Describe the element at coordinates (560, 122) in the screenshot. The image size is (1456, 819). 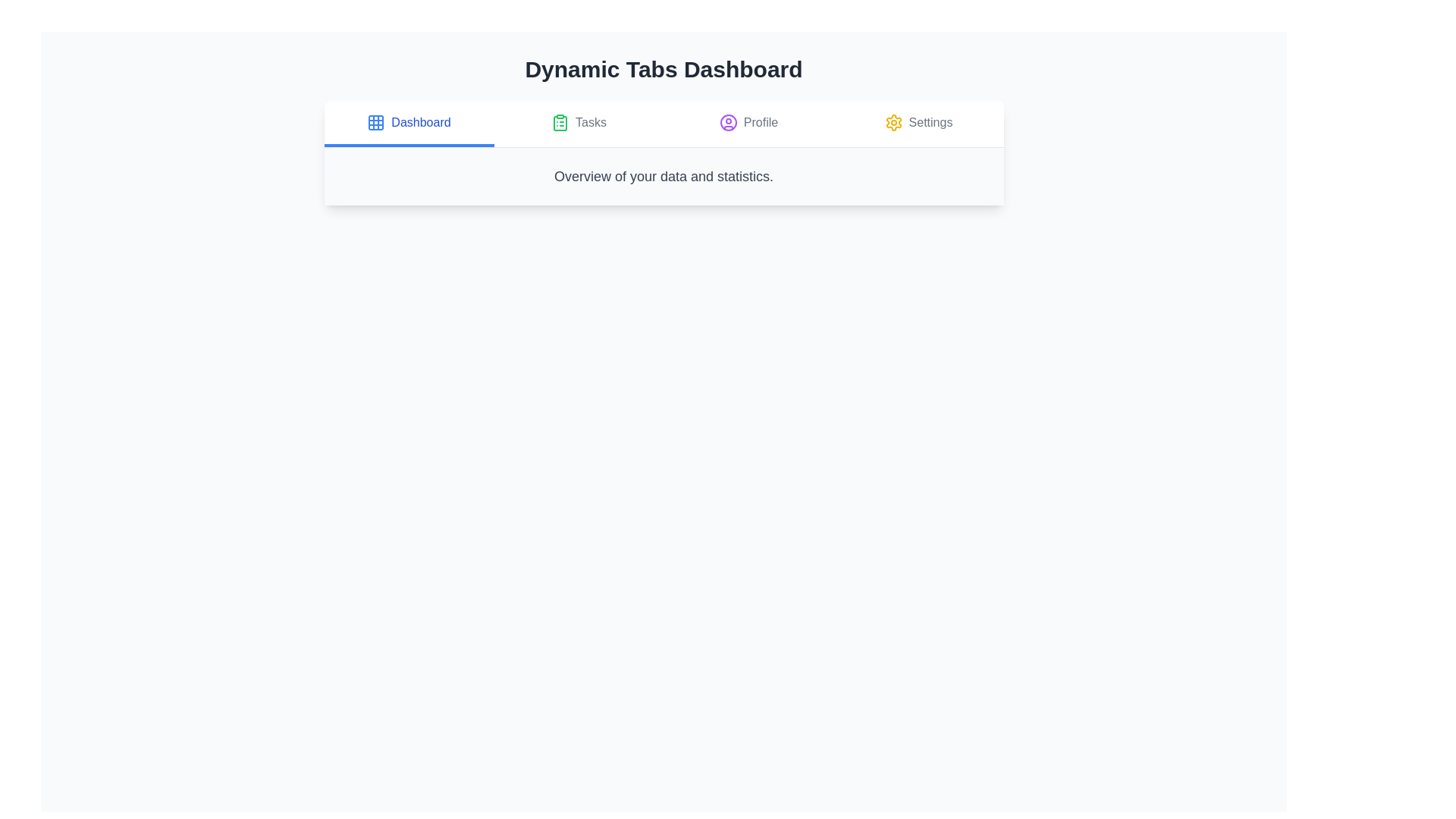
I see `the decorative graphical element that is part of the clipboard icon representing the 'Tasks' tab in the navigation menu` at that location.